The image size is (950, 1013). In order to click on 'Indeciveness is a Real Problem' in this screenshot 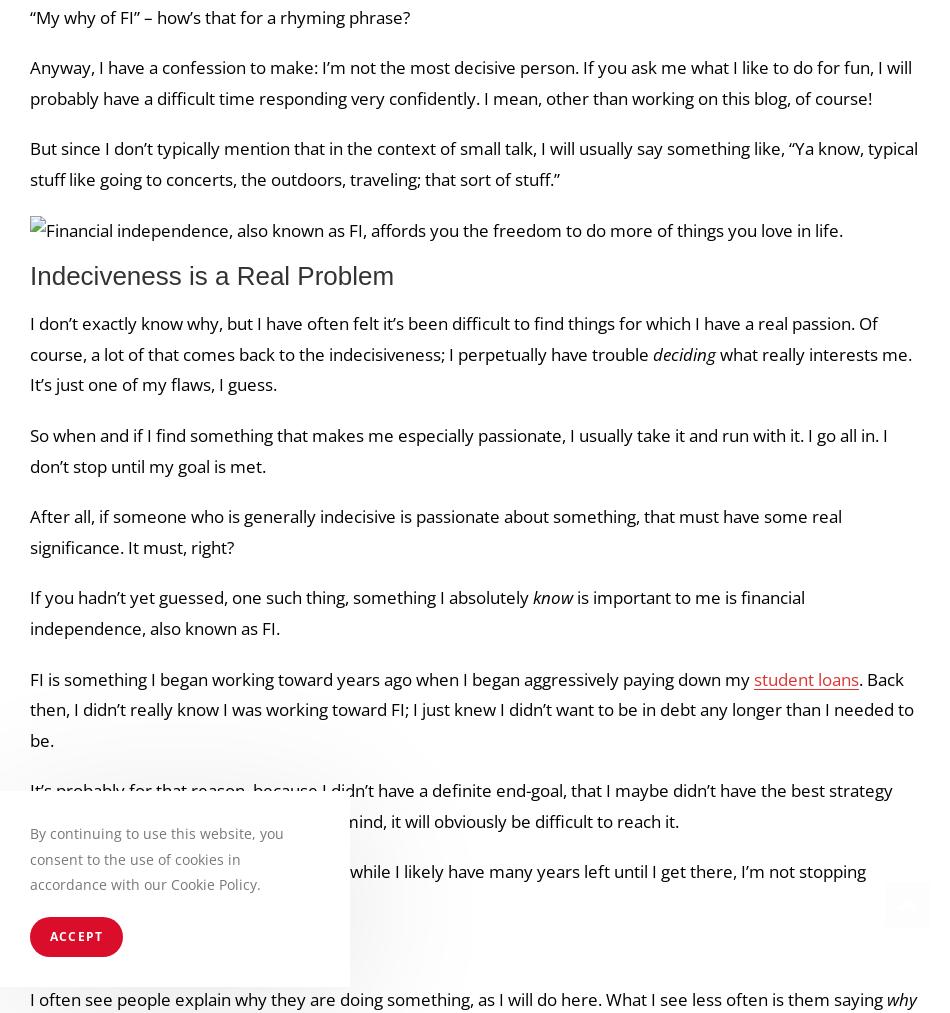, I will do `click(212, 275)`.